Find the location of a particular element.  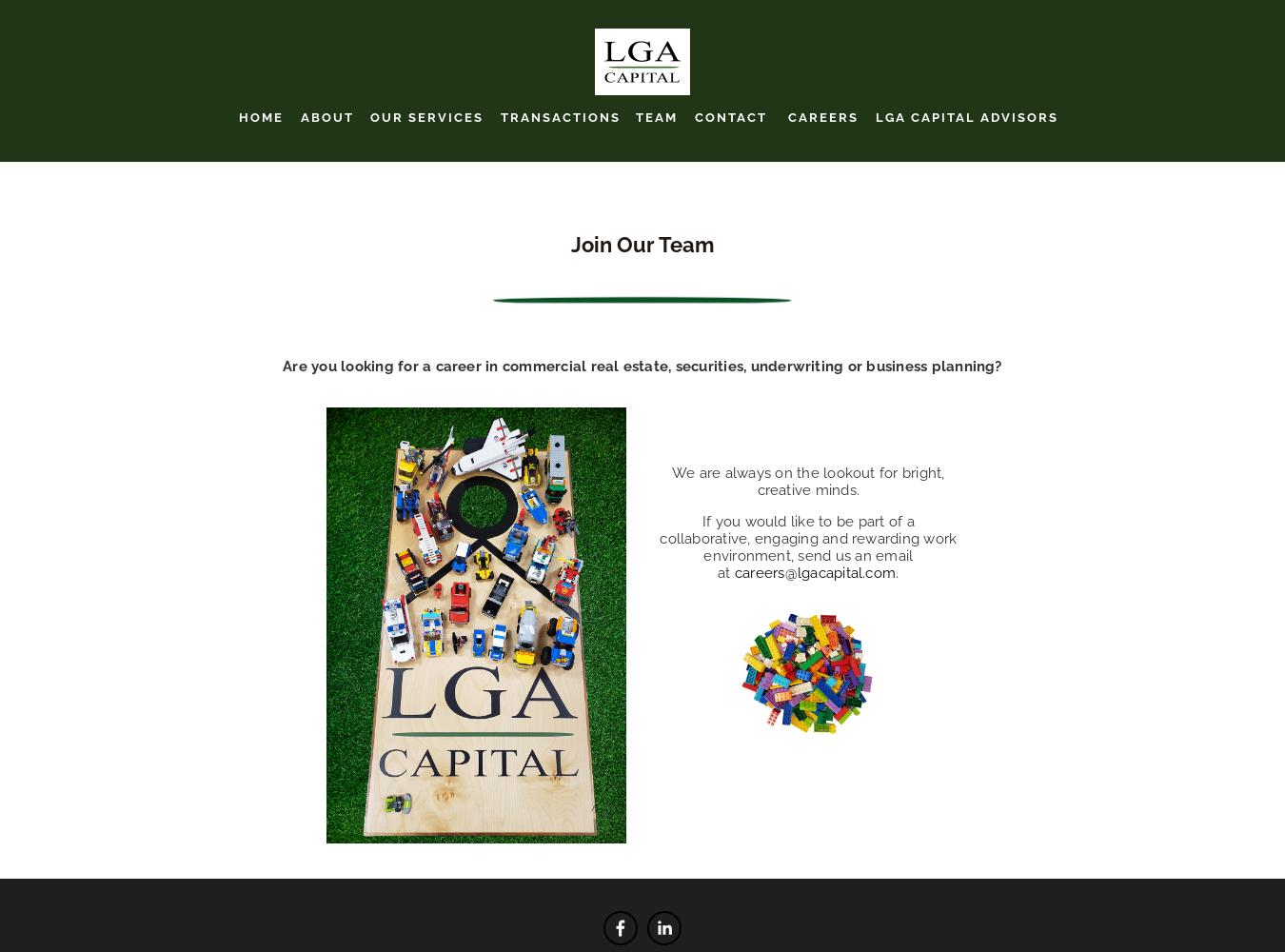

'Are you looking for a career in commercial real estate, securities, underwriting or business planning?' is located at coordinates (642, 366).